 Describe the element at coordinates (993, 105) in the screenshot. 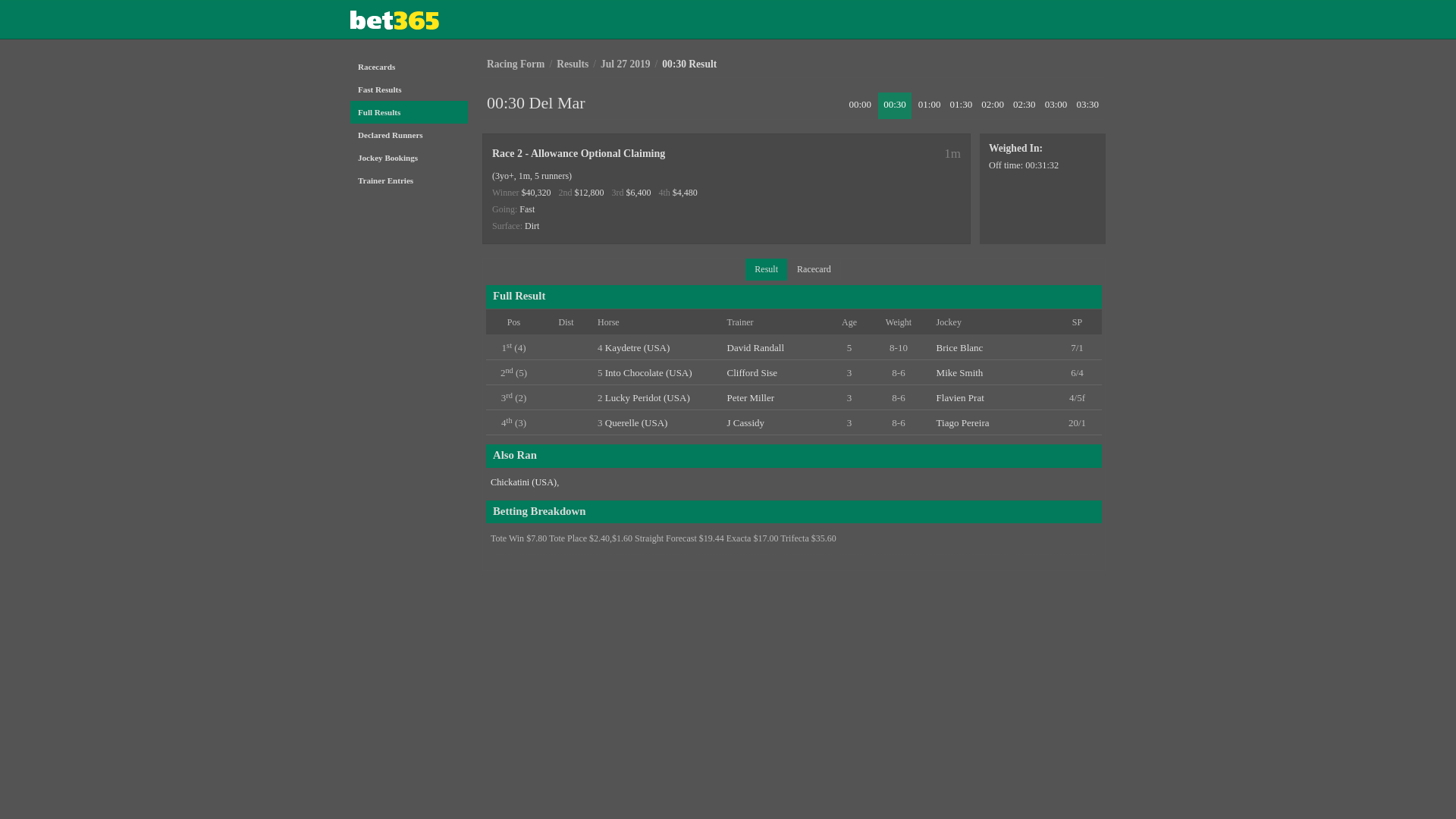

I see `'02:00'` at that location.